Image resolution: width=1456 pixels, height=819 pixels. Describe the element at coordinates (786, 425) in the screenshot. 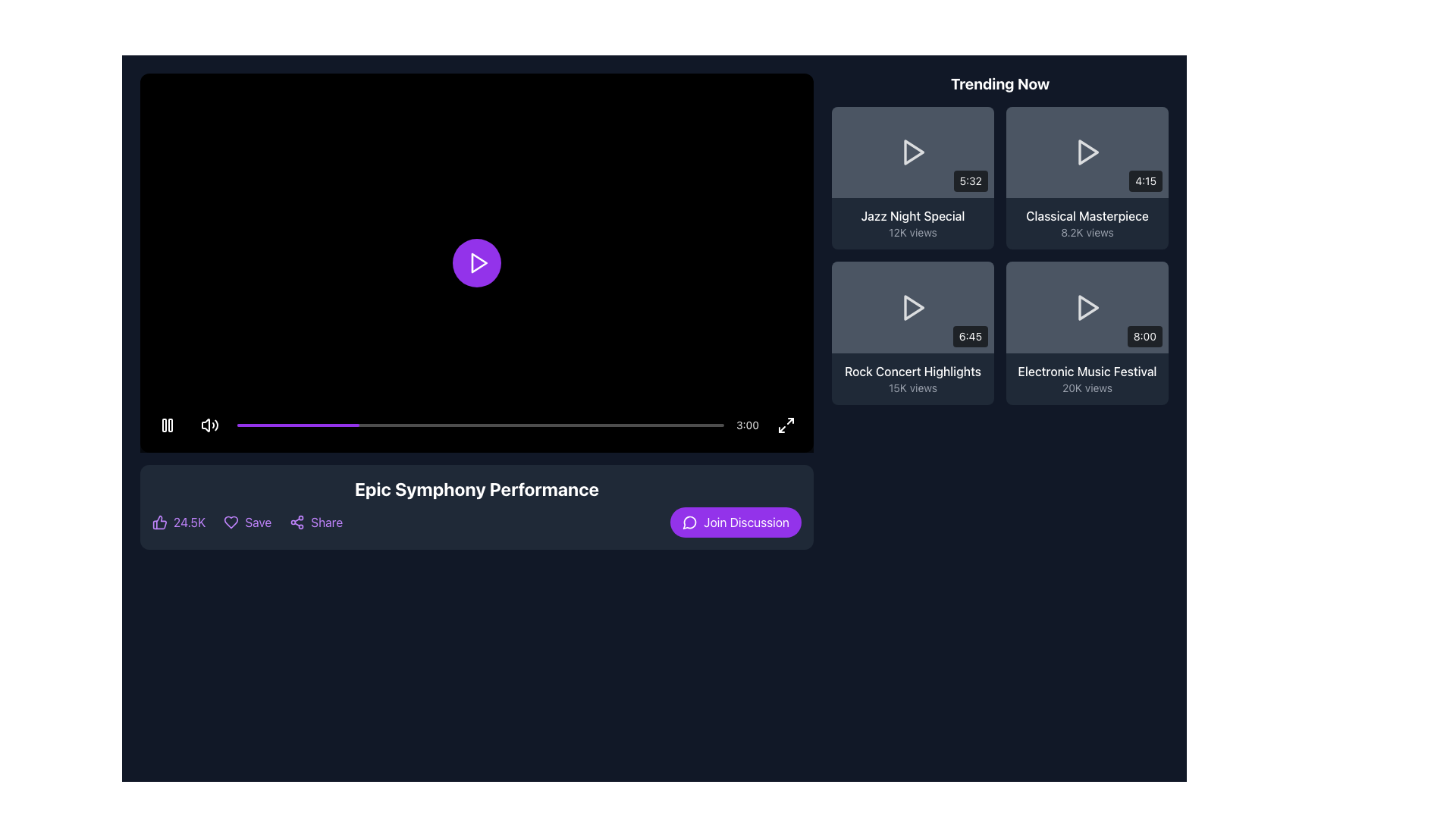

I see `the circular maximization button located at the far-right corner of the horizontal bar to maximize or restore the video display` at that location.